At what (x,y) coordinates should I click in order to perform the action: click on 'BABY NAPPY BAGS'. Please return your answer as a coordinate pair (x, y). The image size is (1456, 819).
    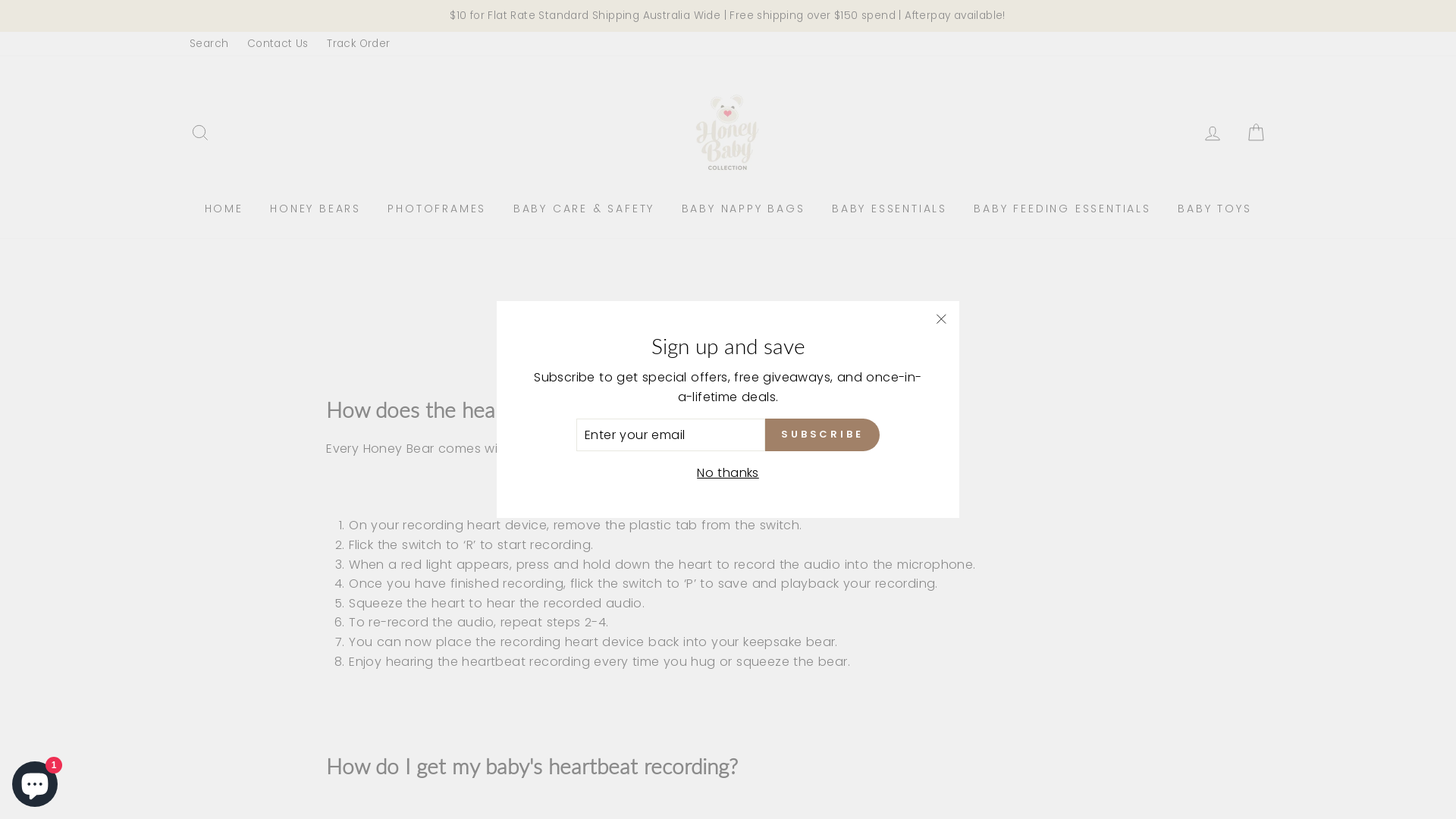
    Looking at the image, I should click on (669, 208).